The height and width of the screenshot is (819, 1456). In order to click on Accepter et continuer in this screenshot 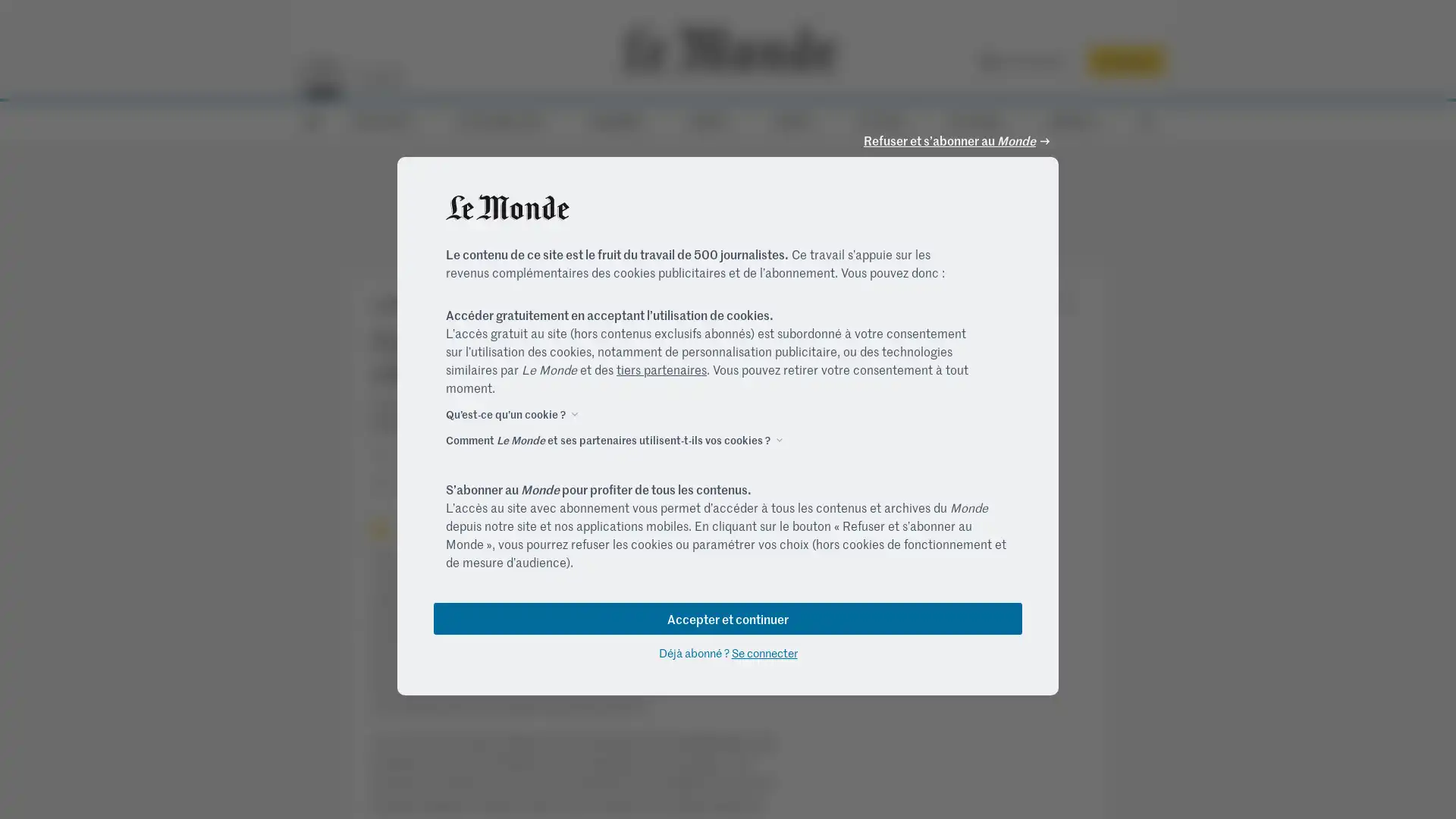, I will do `click(728, 617)`.